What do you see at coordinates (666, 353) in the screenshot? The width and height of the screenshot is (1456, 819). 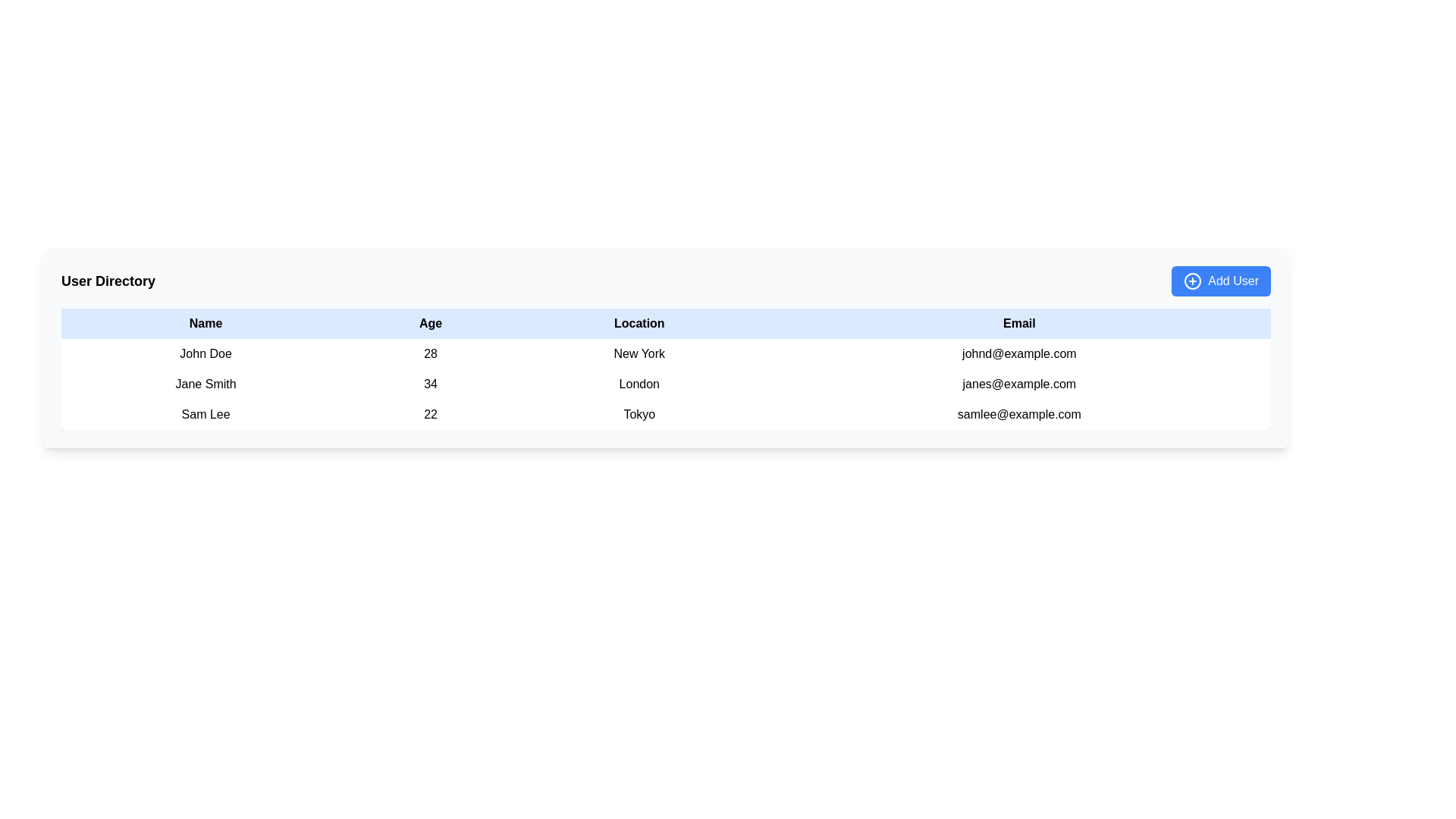 I see `the first row of the table body` at bounding box center [666, 353].